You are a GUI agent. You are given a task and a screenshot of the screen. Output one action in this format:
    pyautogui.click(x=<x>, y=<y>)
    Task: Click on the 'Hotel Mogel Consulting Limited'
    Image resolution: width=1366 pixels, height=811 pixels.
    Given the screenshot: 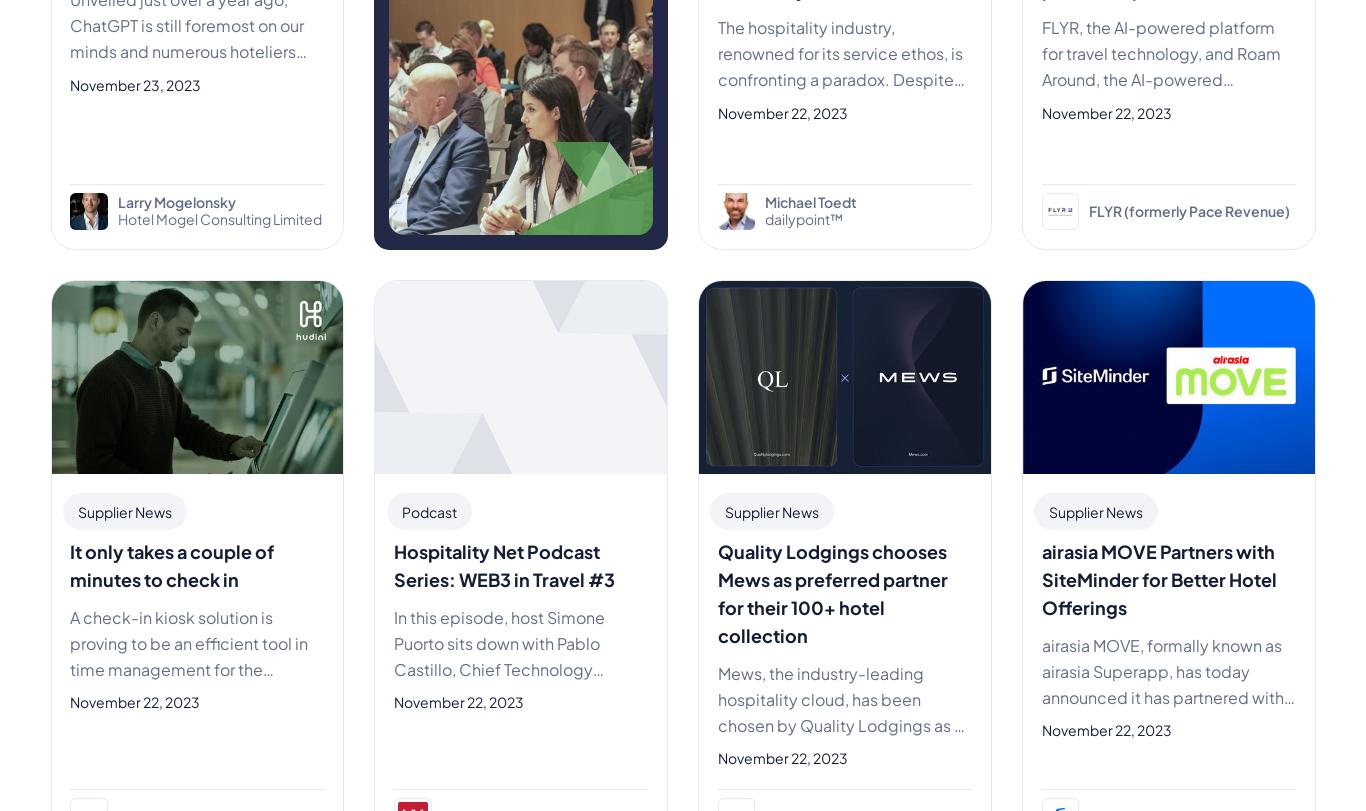 What is the action you would take?
    pyautogui.click(x=217, y=218)
    